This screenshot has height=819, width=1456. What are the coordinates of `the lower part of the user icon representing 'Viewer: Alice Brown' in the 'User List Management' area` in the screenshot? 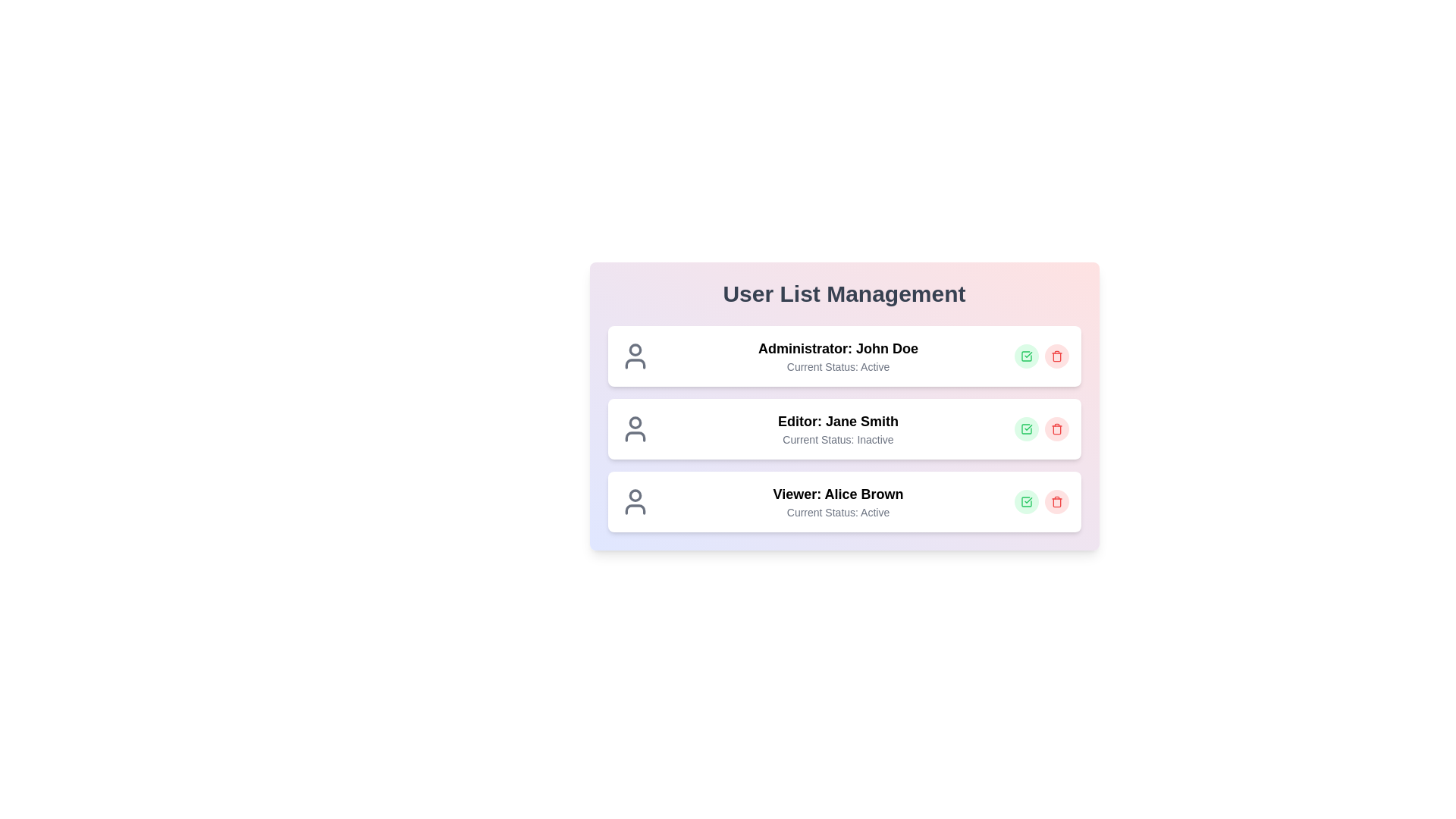 It's located at (635, 509).